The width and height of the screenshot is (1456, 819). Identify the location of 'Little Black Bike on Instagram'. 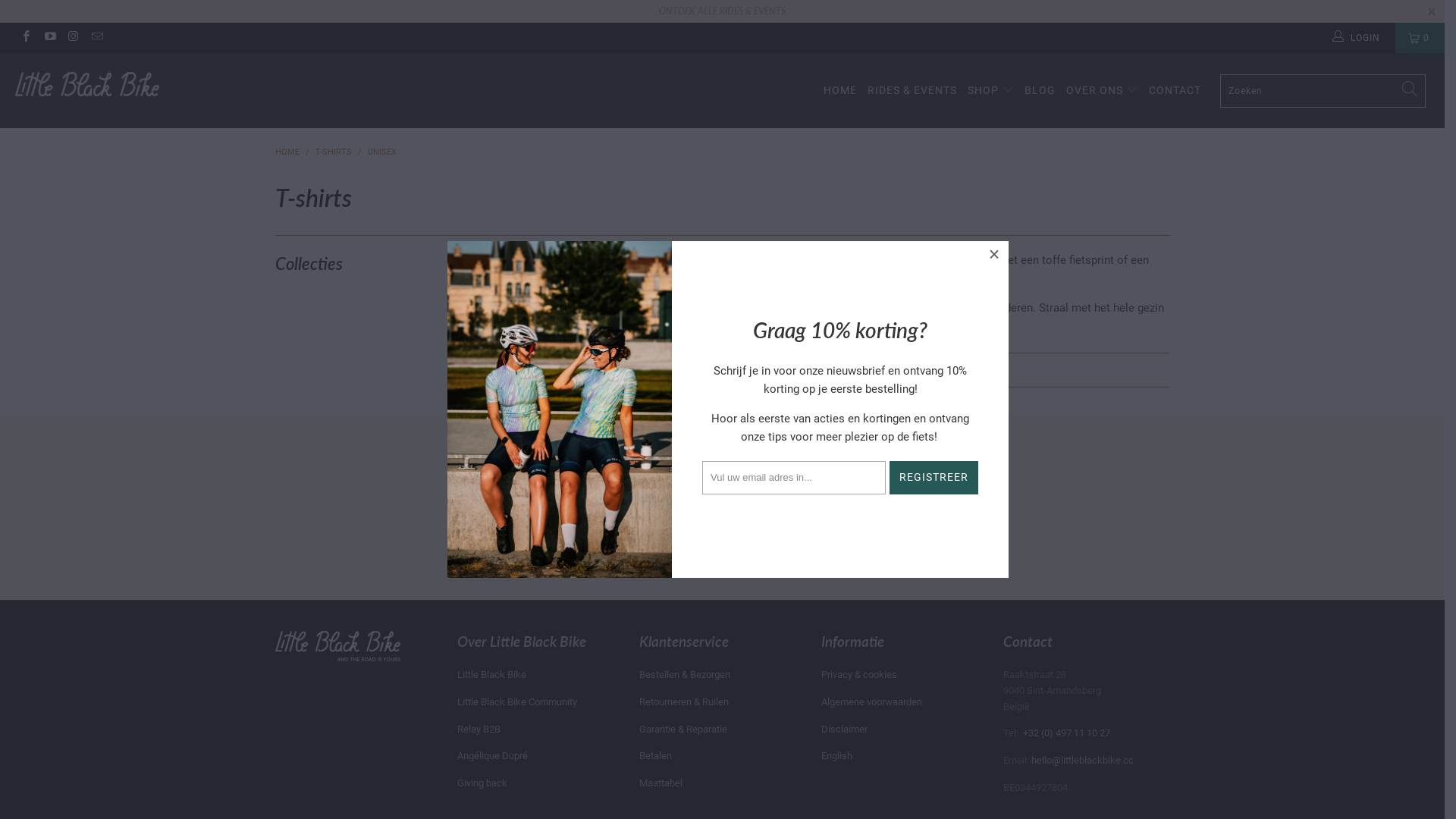
(72, 37).